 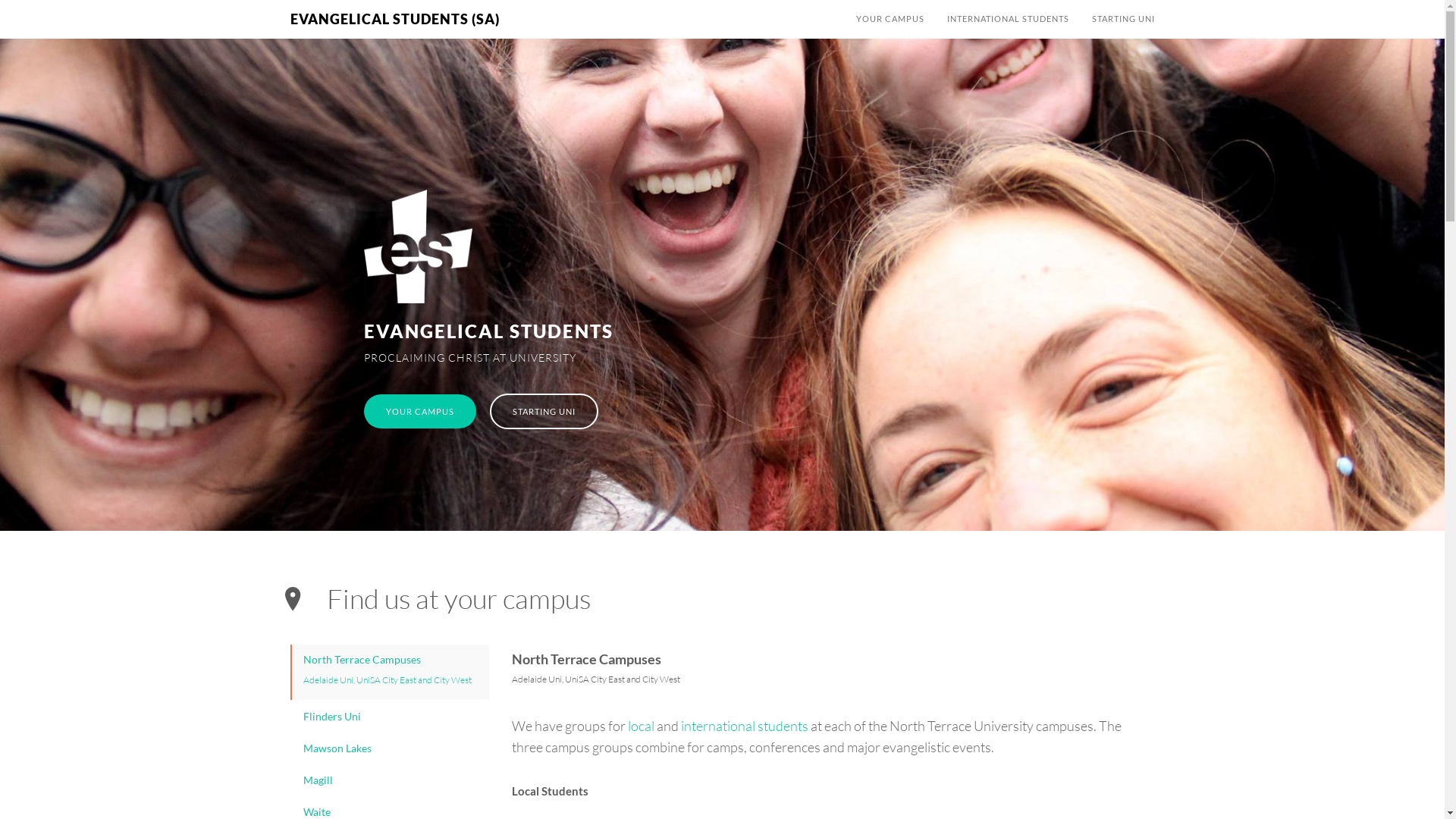 What do you see at coordinates (890, 18) in the screenshot?
I see `'YOUR CAMPUS'` at bounding box center [890, 18].